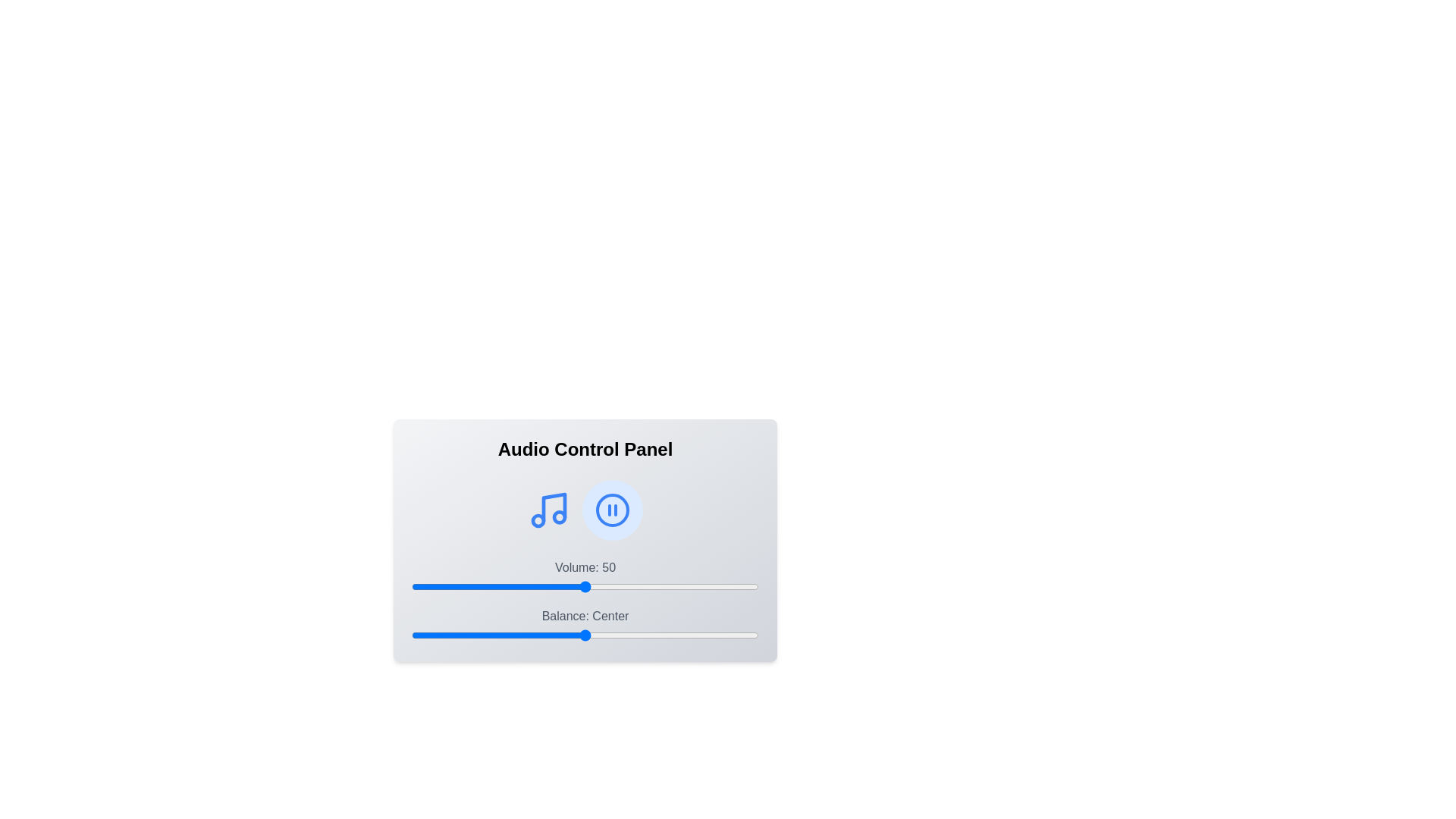 Image resolution: width=1456 pixels, height=819 pixels. What do you see at coordinates (538, 519) in the screenshot?
I see `the decorative circle element within the SVG graphic, which is part of the music note icon located in the left segment of the interface` at bounding box center [538, 519].